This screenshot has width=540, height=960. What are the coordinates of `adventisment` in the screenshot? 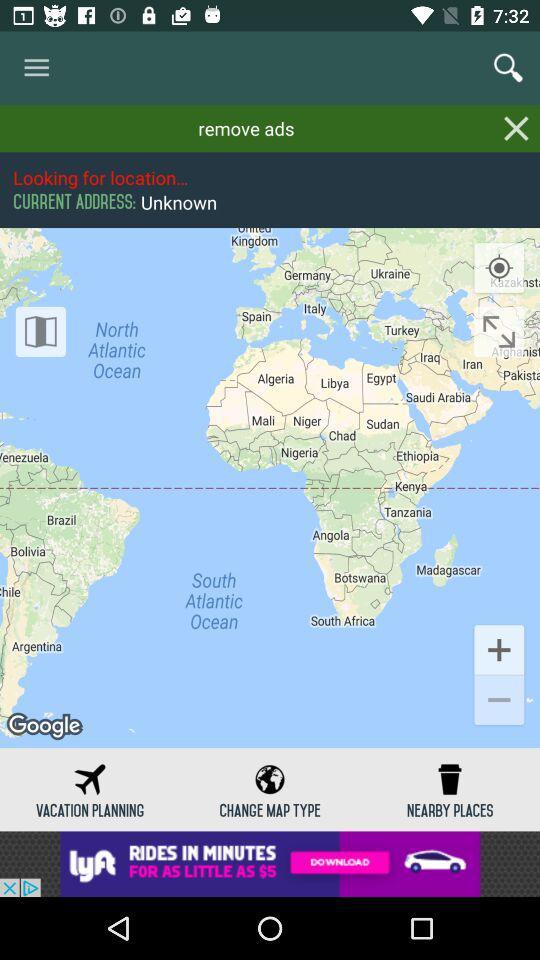 It's located at (270, 863).